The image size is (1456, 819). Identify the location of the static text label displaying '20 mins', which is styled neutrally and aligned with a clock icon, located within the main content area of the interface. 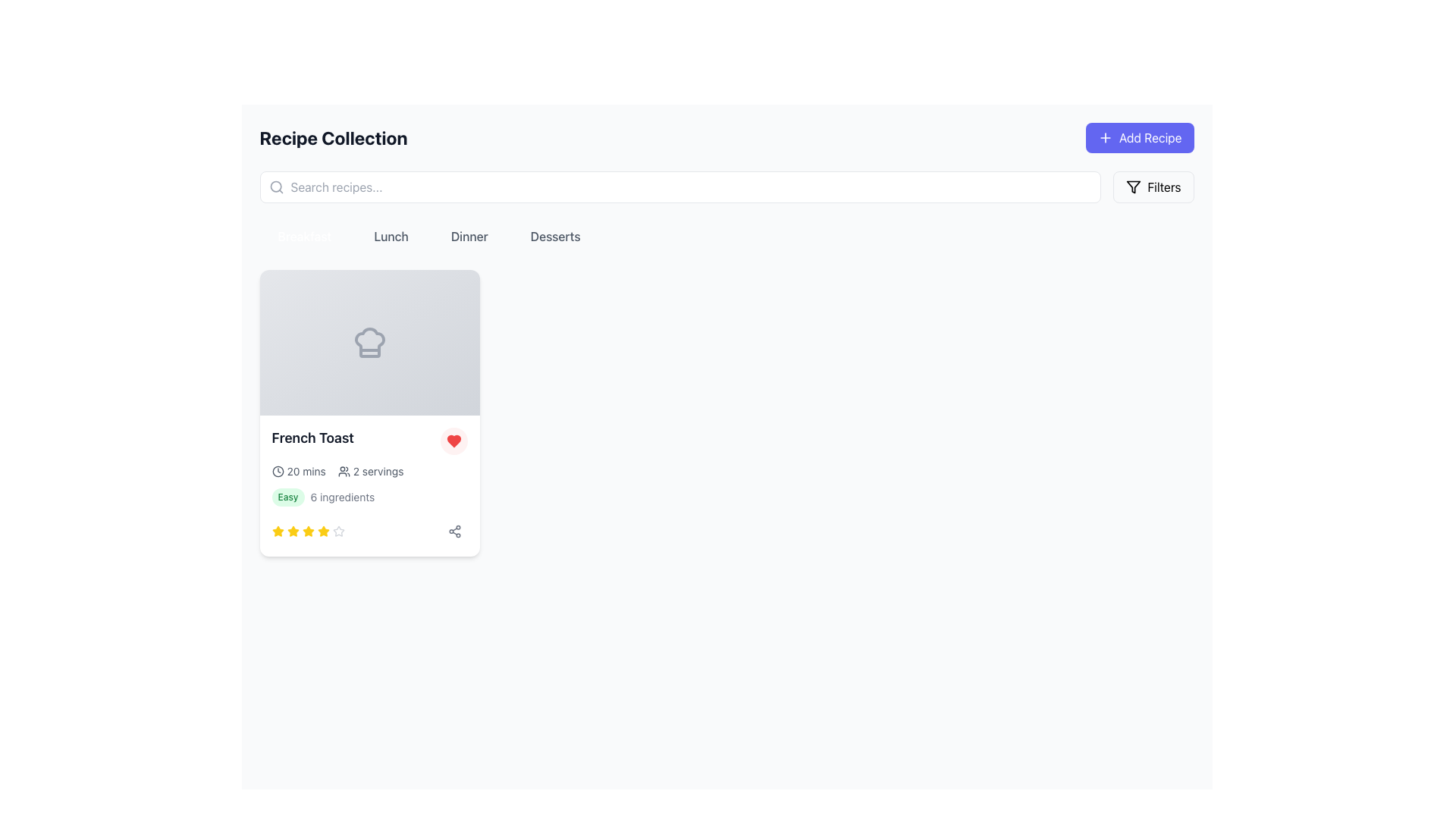
(306, 470).